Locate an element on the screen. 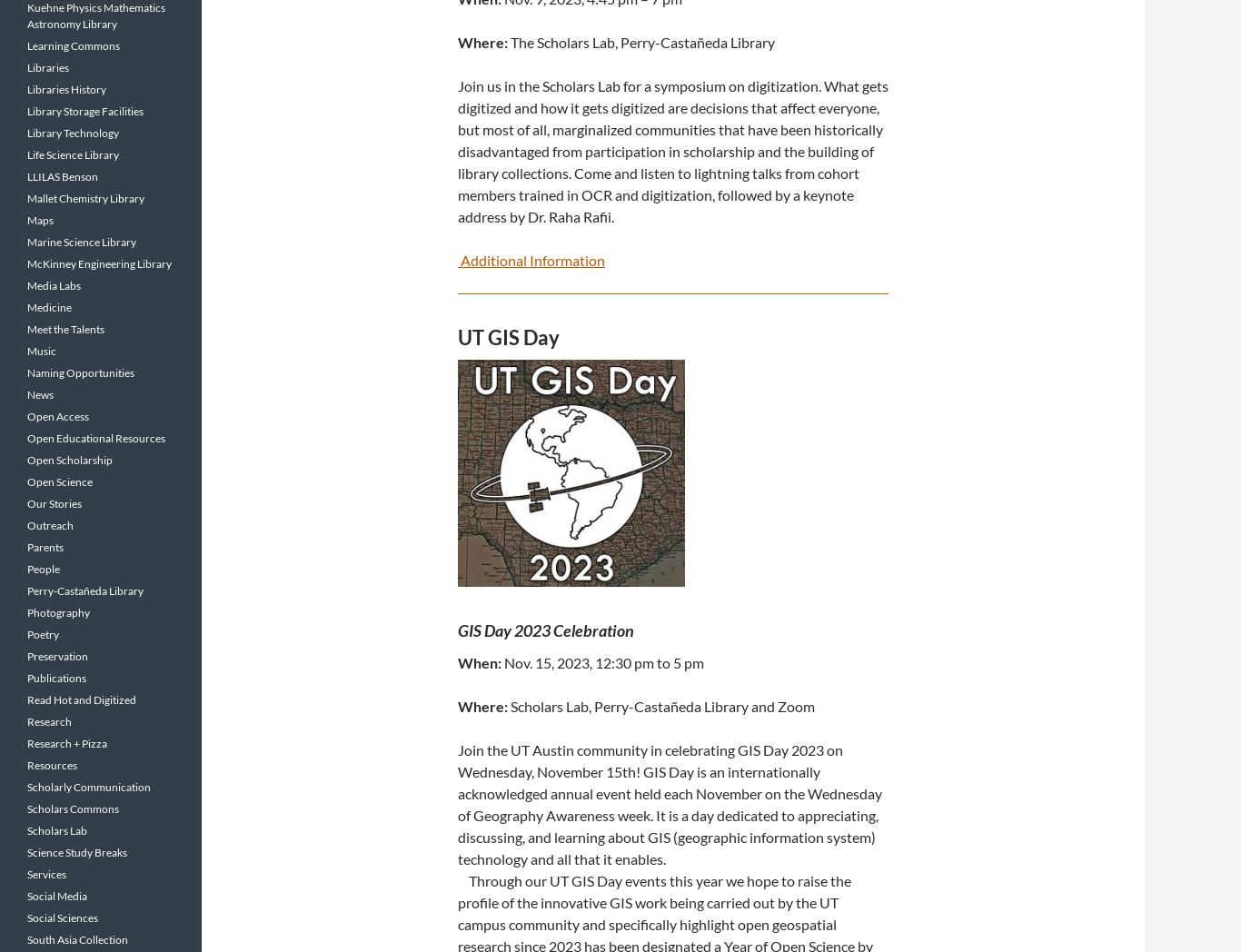 The image size is (1241, 952). 'Join the UT Austin community in celebrating GIS Day 2023 on Wednesday, November 15th! GIS Day is an internationally acknowledged annual event held each November on the Wednesday of Geography Awareness week. It is a day dedicated to appreciating, discussing, and learning about GIS (geographic information system) technology and all that it enables.' is located at coordinates (670, 802).